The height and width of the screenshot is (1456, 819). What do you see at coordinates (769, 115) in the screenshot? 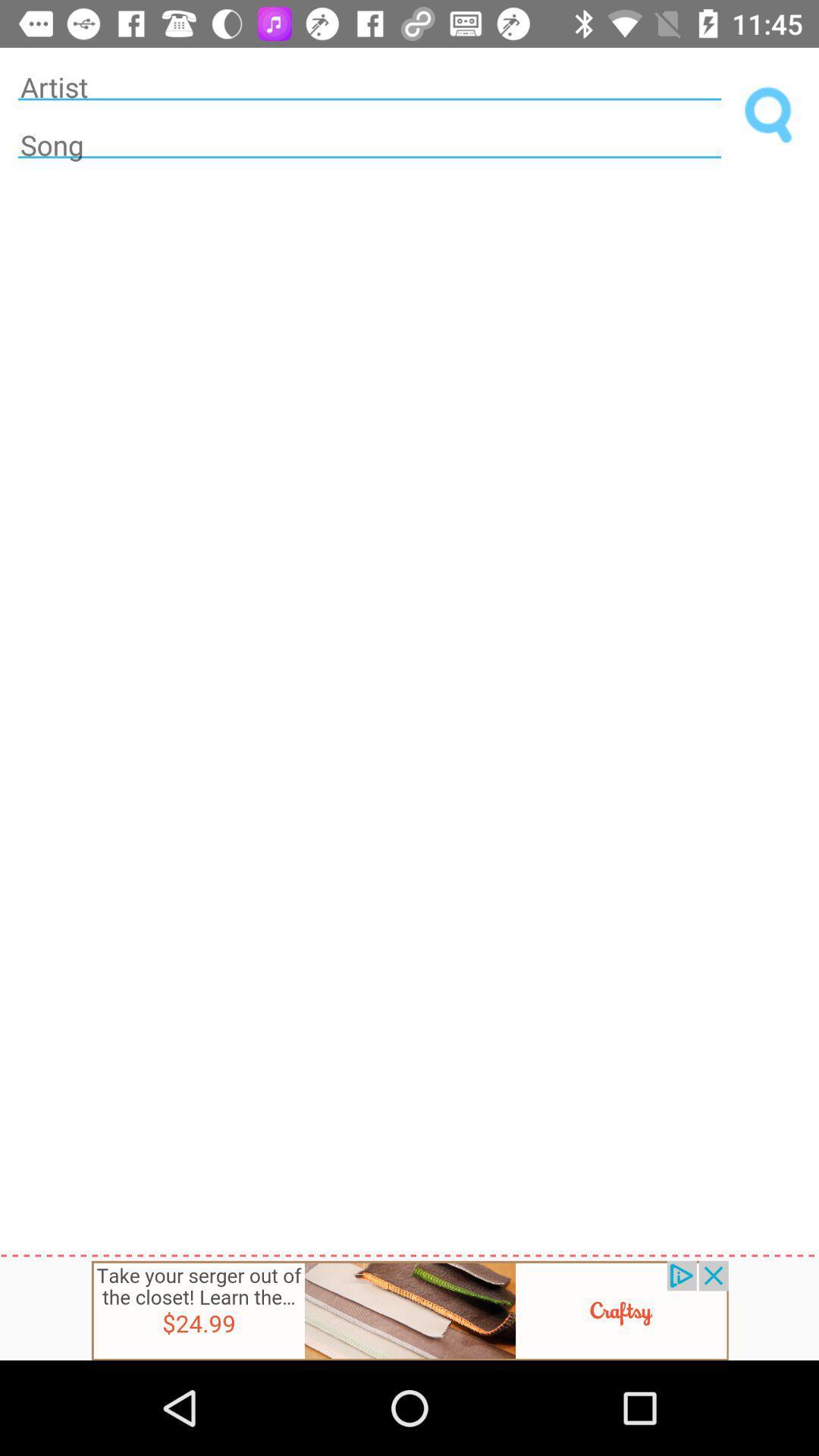
I see `the search icon` at bounding box center [769, 115].